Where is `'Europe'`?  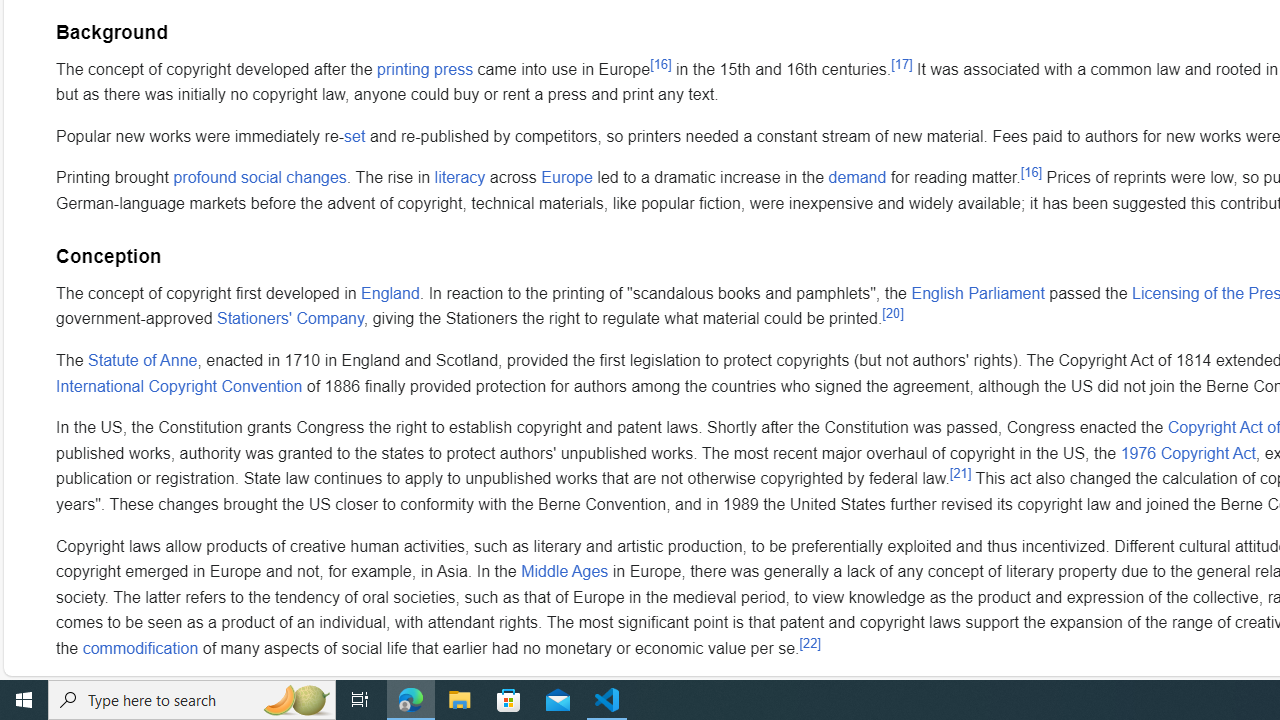 'Europe' is located at coordinates (566, 177).